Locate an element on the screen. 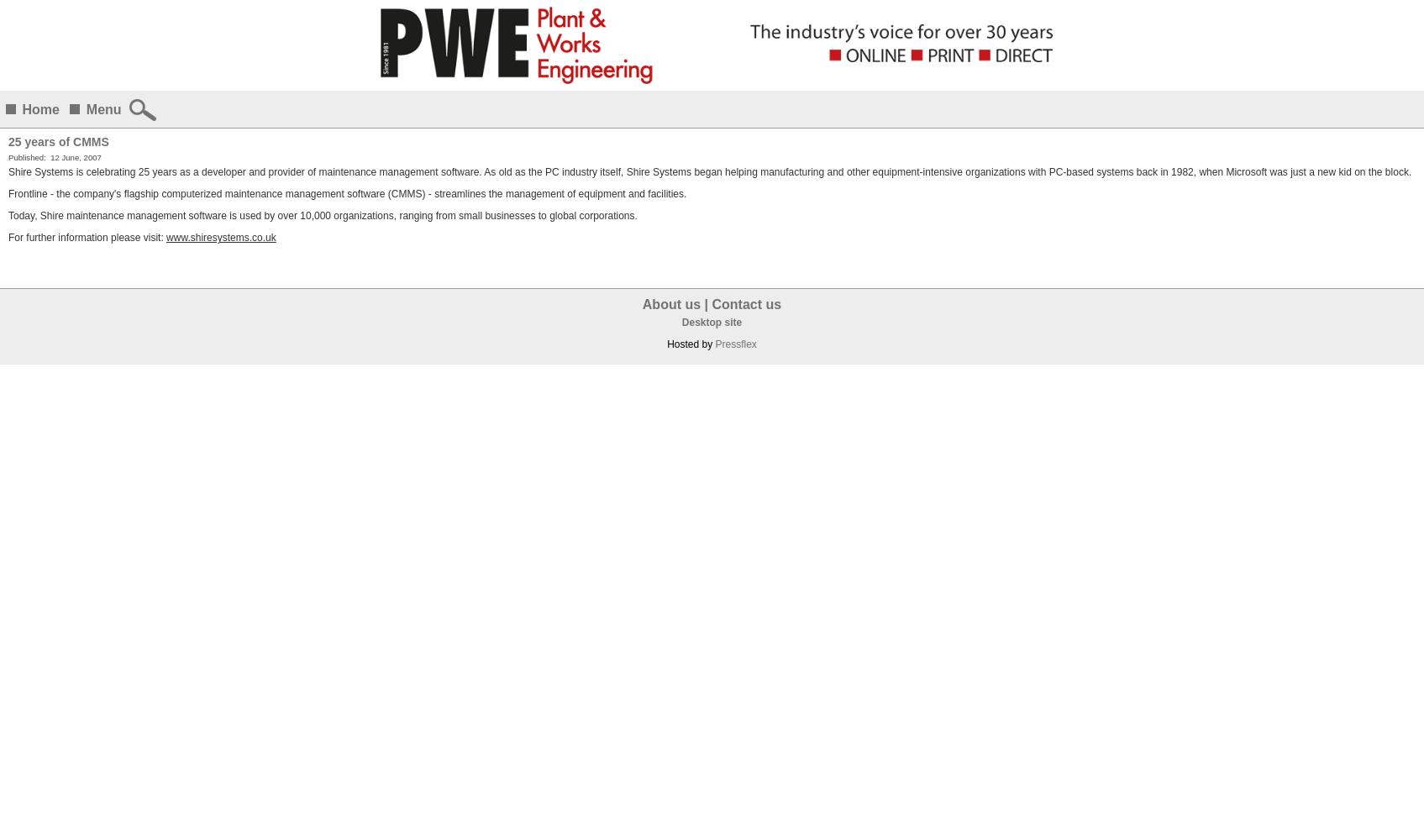 The width and height of the screenshot is (1424, 840). 'For further information please visit:' is located at coordinates (87, 238).